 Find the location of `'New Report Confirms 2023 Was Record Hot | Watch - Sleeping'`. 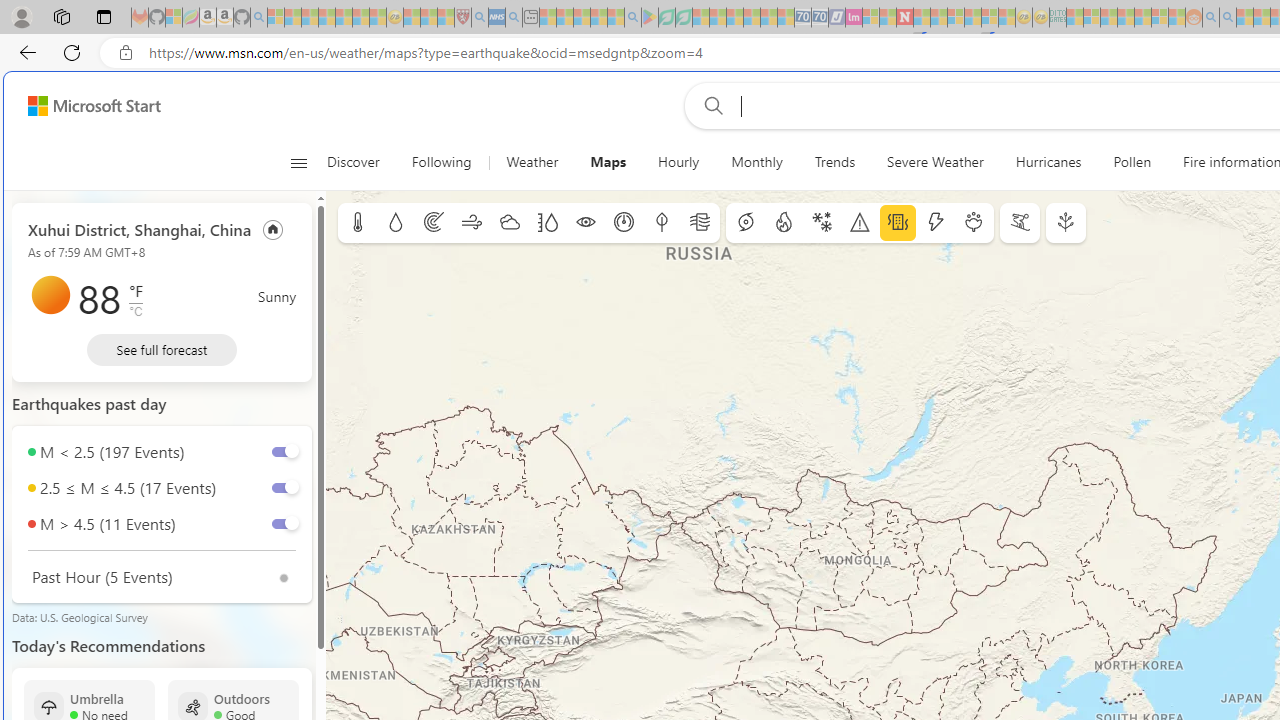

'New Report Confirms 2023 Was Record Hot | Watch - Sleeping' is located at coordinates (343, 17).